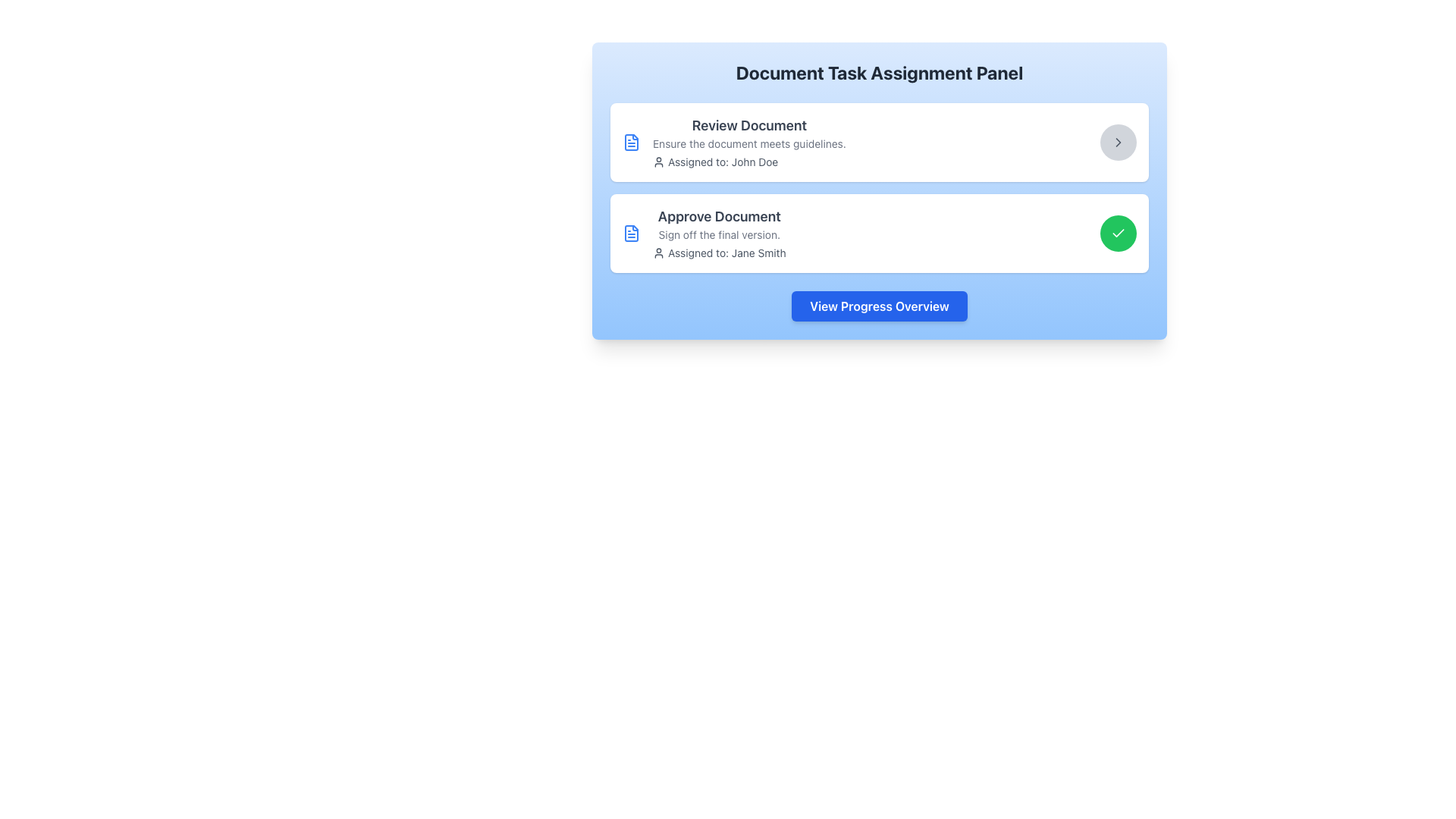  I want to click on static text located in the first task card under the heading 'Review Document' and above 'Assigned to: John Doe', so click(749, 143).